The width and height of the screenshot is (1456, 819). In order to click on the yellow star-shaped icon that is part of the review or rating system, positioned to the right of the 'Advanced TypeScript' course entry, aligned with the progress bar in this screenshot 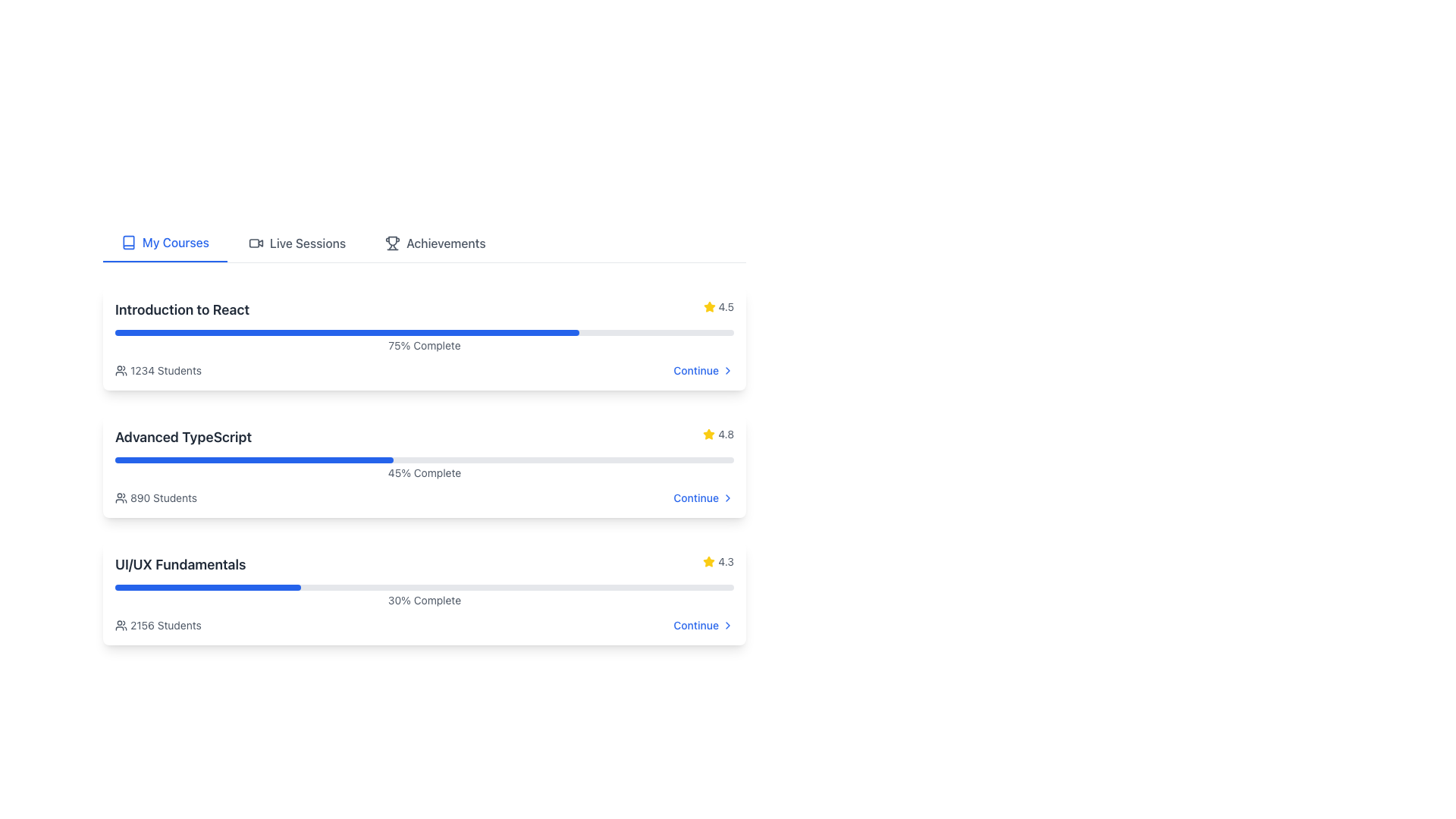, I will do `click(708, 306)`.